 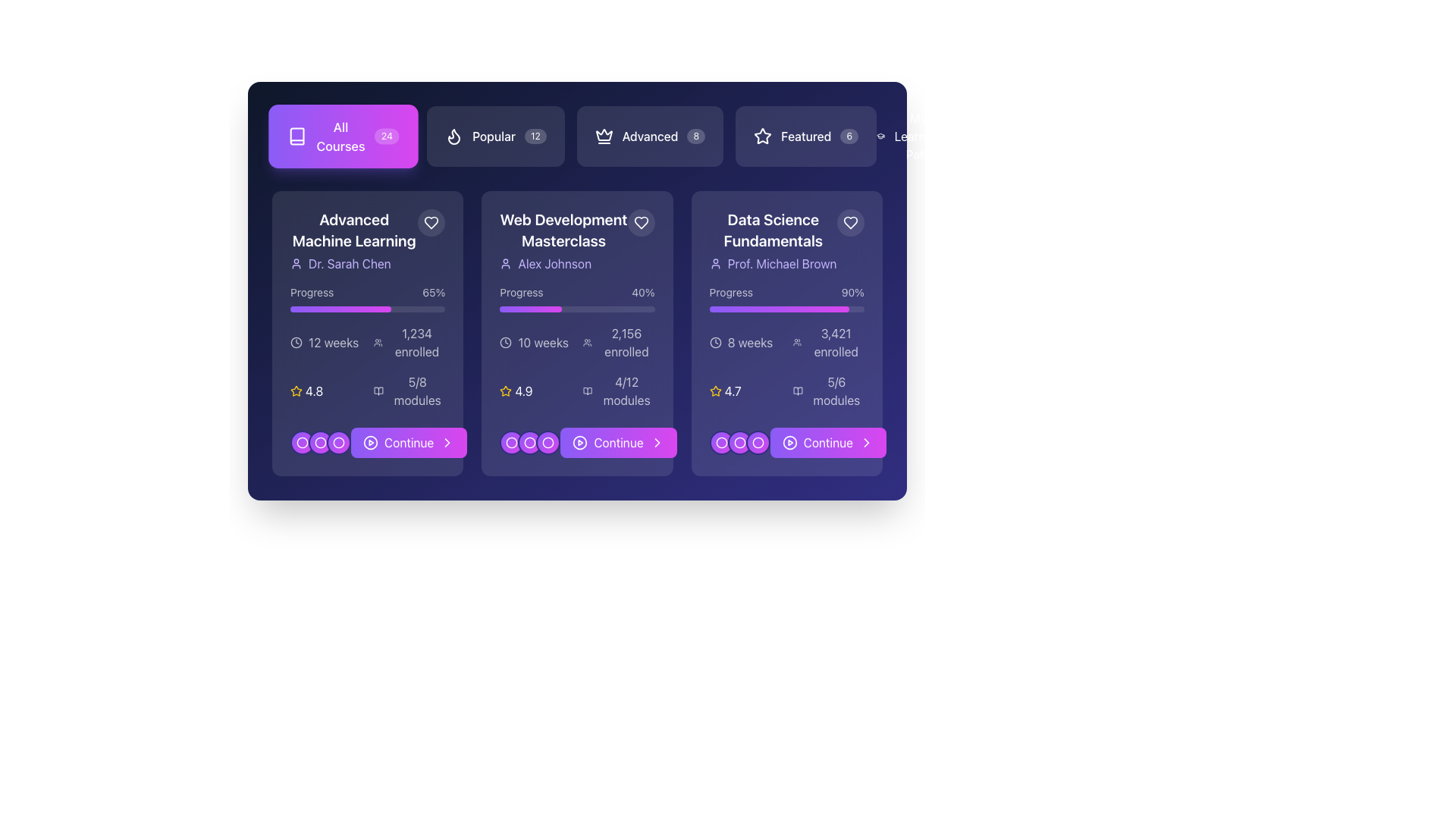 What do you see at coordinates (786, 240) in the screenshot?
I see `the textual label displaying the course title 'Data Science Fundamentals' and instructor name 'Prof. Michael Brown' located in the upper part of the third card section in the grid layout` at bounding box center [786, 240].